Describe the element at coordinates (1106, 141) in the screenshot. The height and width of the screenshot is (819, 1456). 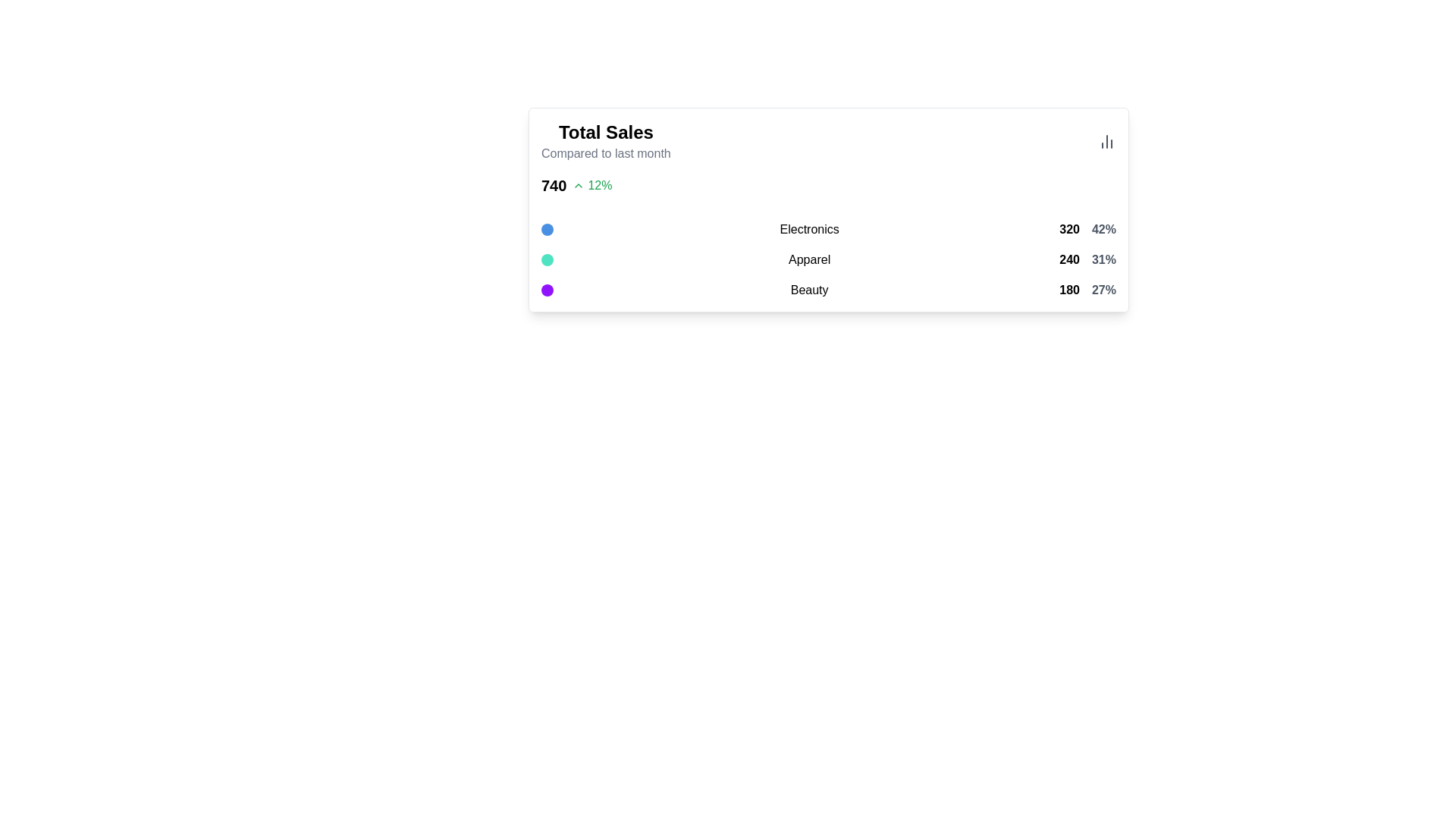
I see `the small gray icon representing a bar chart located` at that location.